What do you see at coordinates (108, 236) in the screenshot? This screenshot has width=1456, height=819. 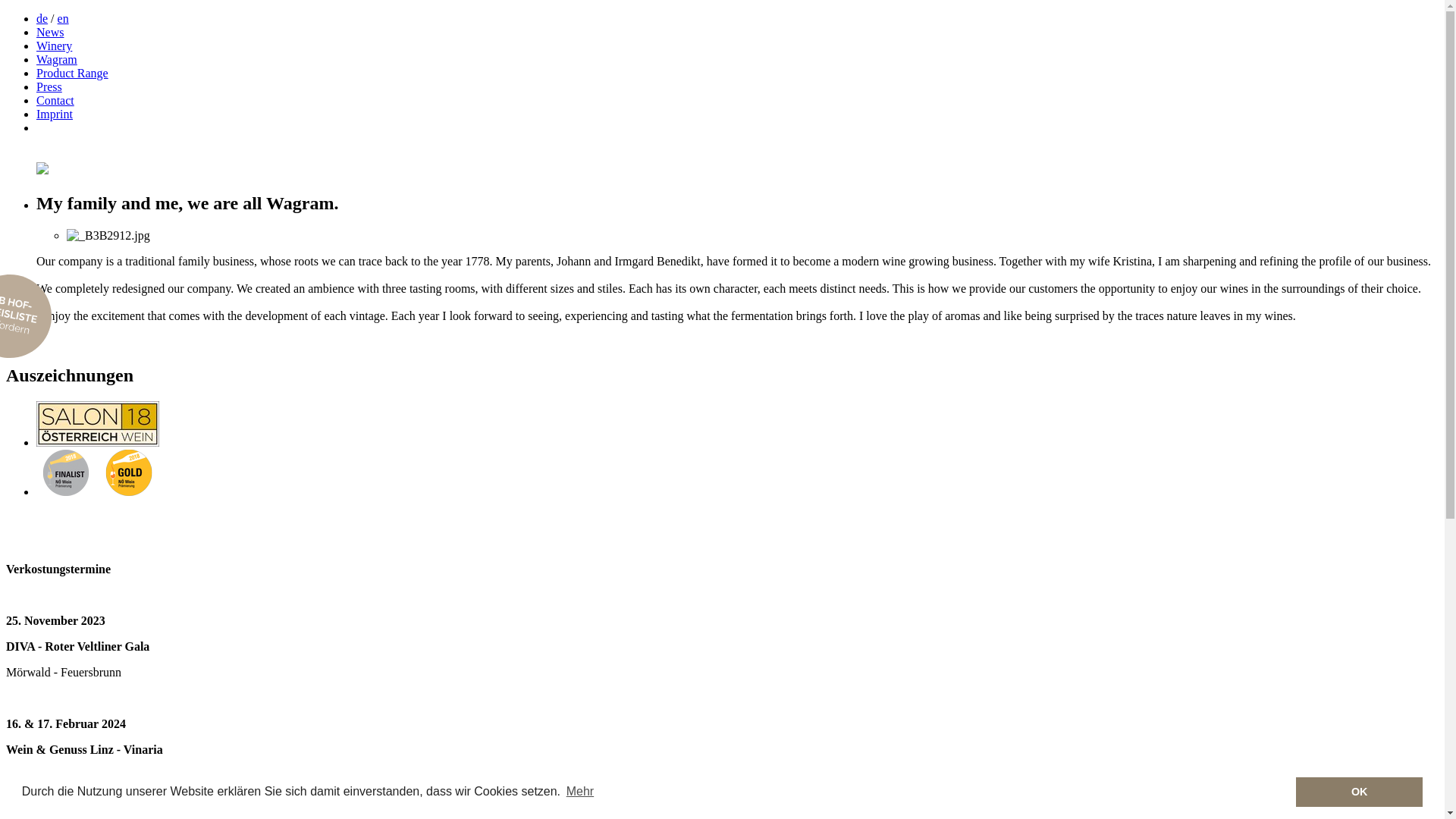 I see `'_B3B2912.jpg'` at bounding box center [108, 236].